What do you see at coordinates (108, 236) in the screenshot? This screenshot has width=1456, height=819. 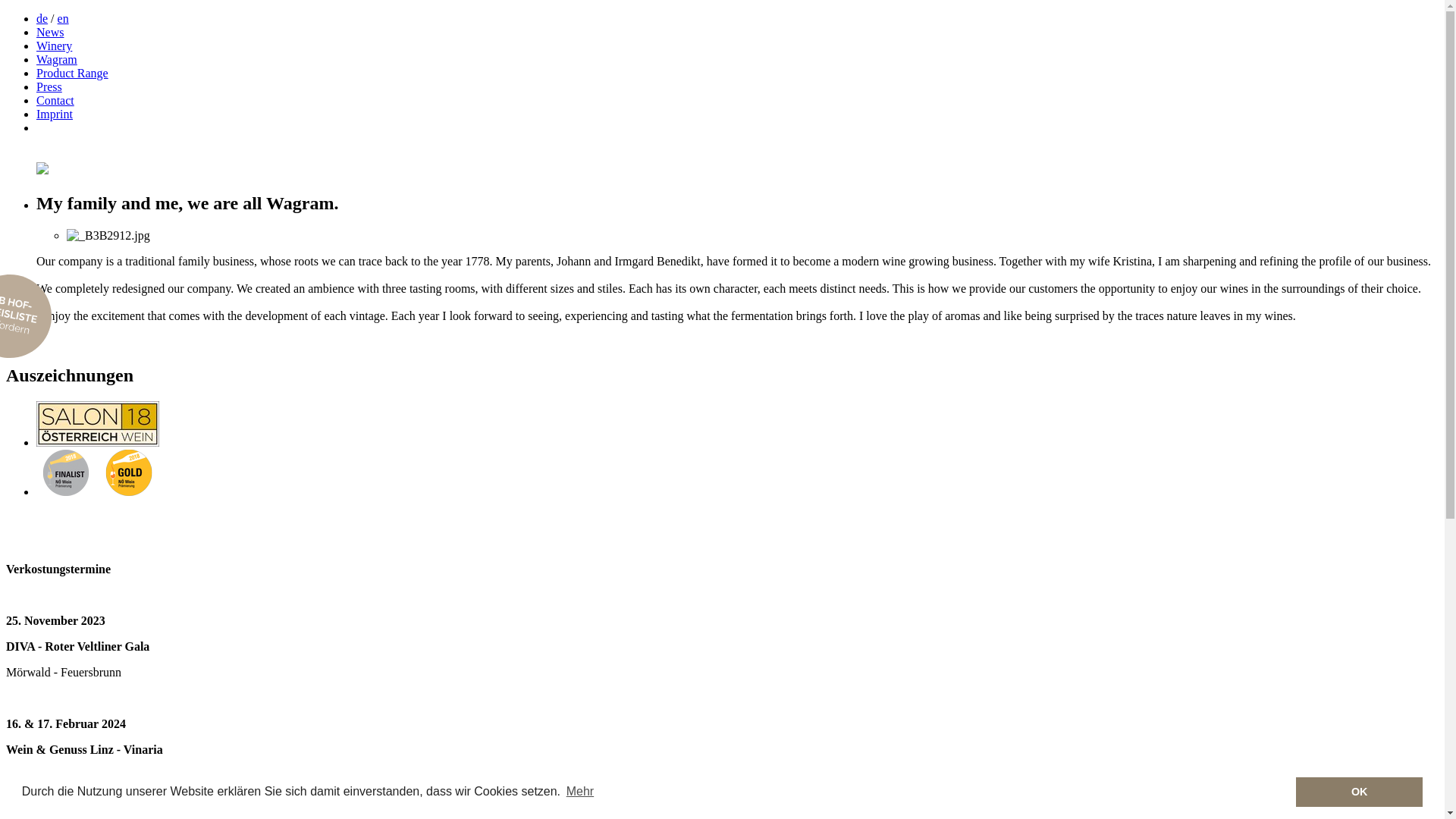 I see `'_B3B2912.jpg'` at bounding box center [108, 236].